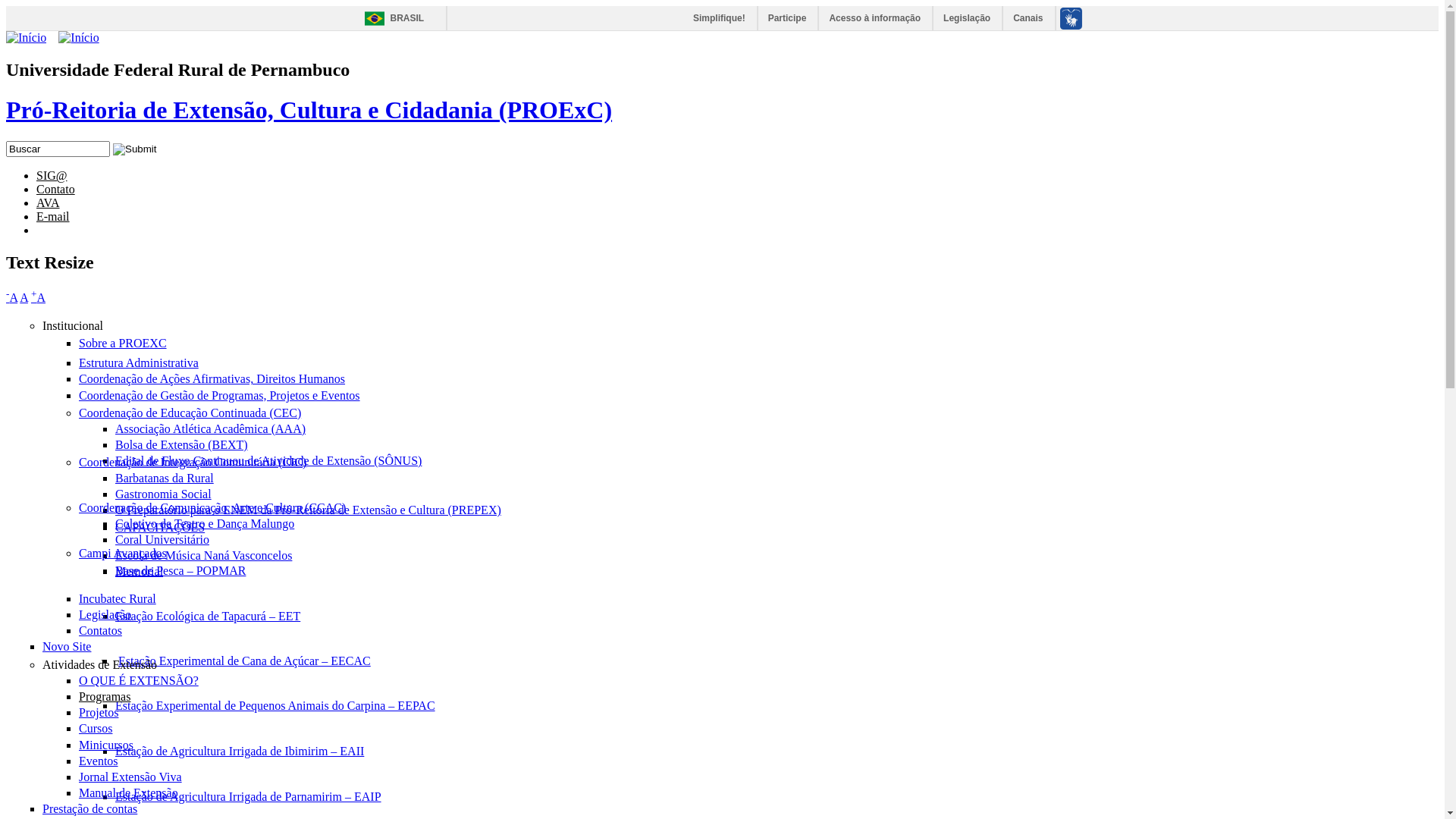 This screenshot has width=1456, height=819. What do you see at coordinates (139, 571) in the screenshot?
I see `'Memorial'` at bounding box center [139, 571].